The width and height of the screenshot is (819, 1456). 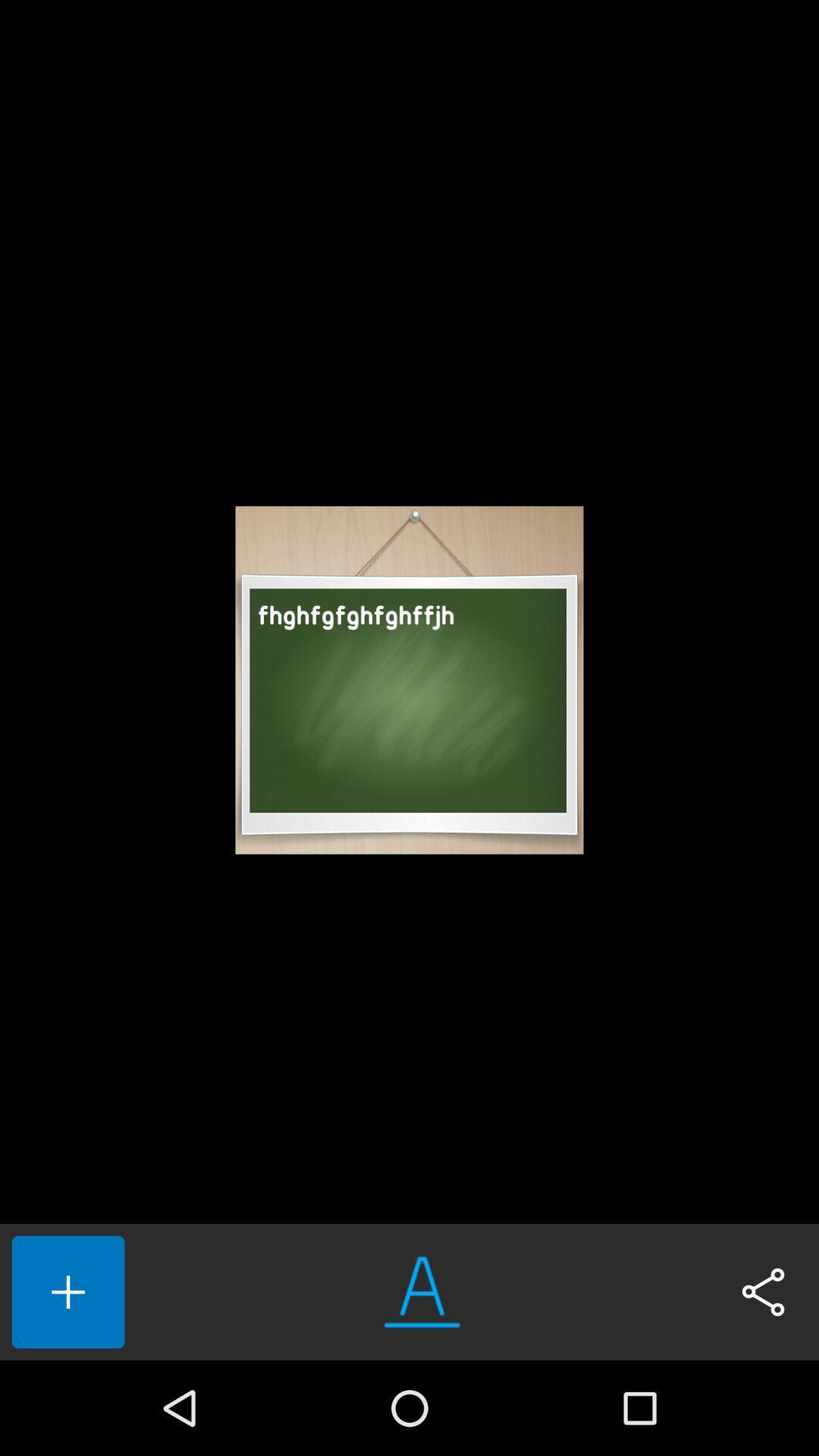 What do you see at coordinates (67, 1291) in the screenshot?
I see `the add icon` at bounding box center [67, 1291].